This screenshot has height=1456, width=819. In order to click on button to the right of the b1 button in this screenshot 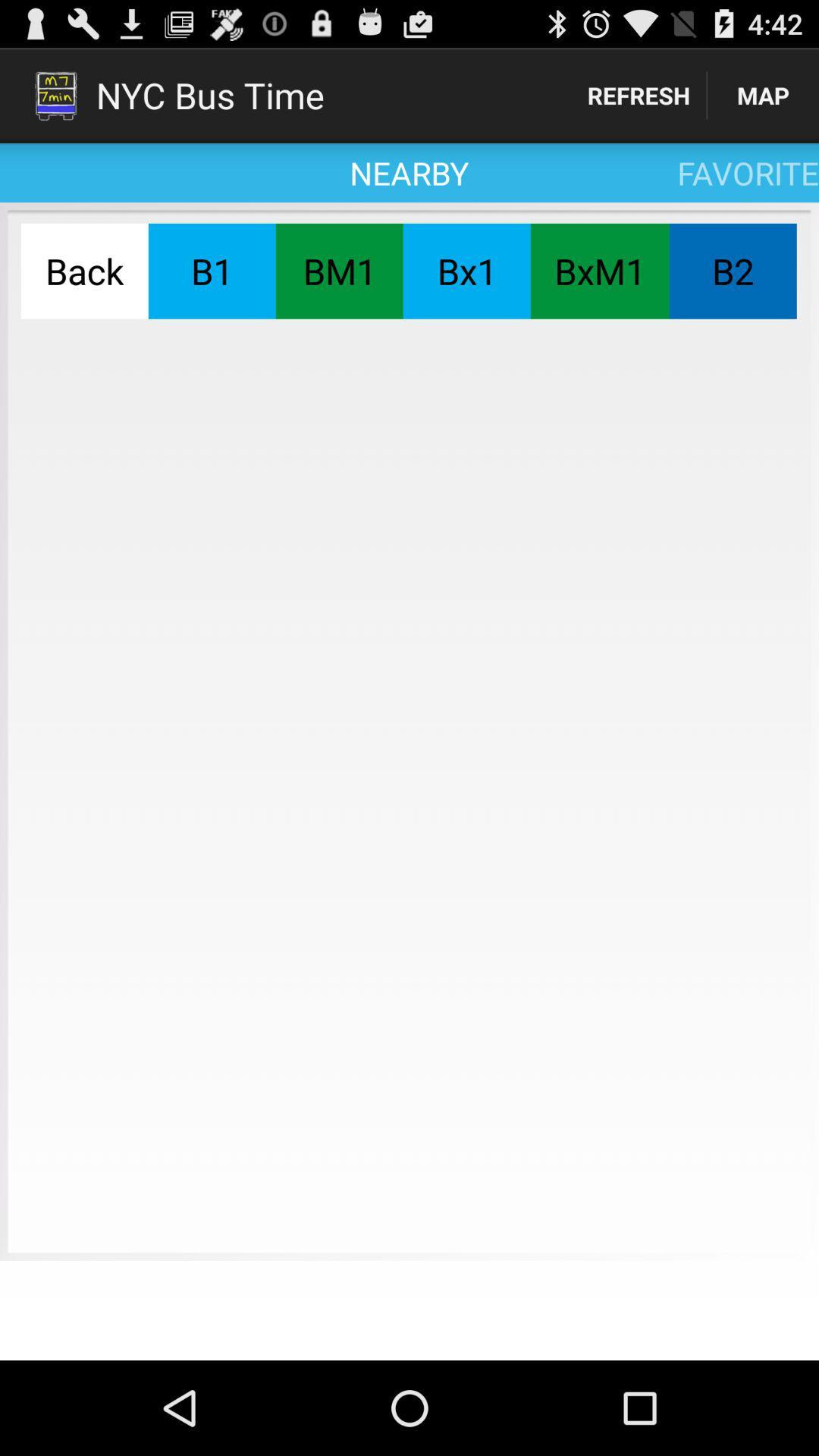, I will do `click(338, 271)`.